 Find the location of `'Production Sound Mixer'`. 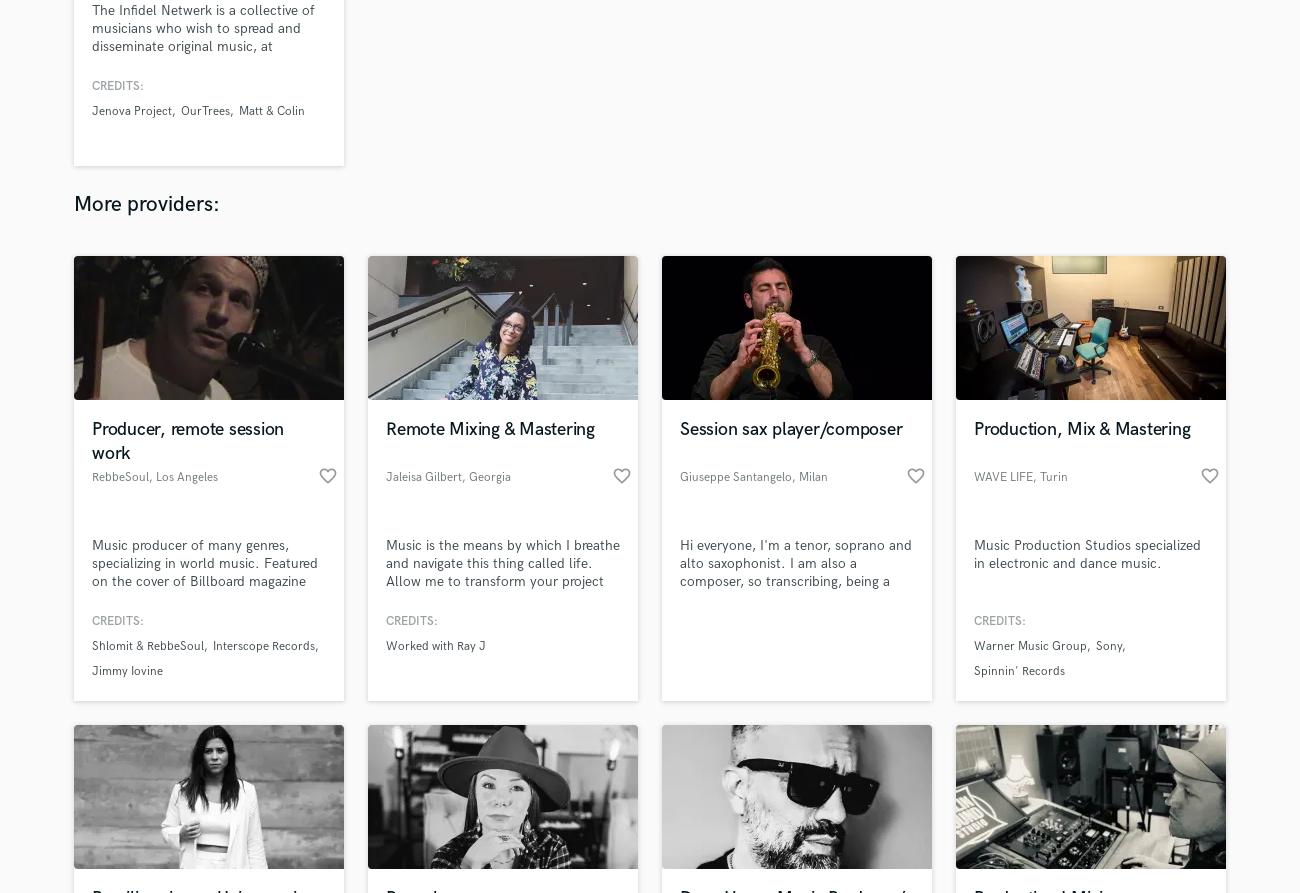

'Production Sound Mixer' is located at coordinates (579, 593).